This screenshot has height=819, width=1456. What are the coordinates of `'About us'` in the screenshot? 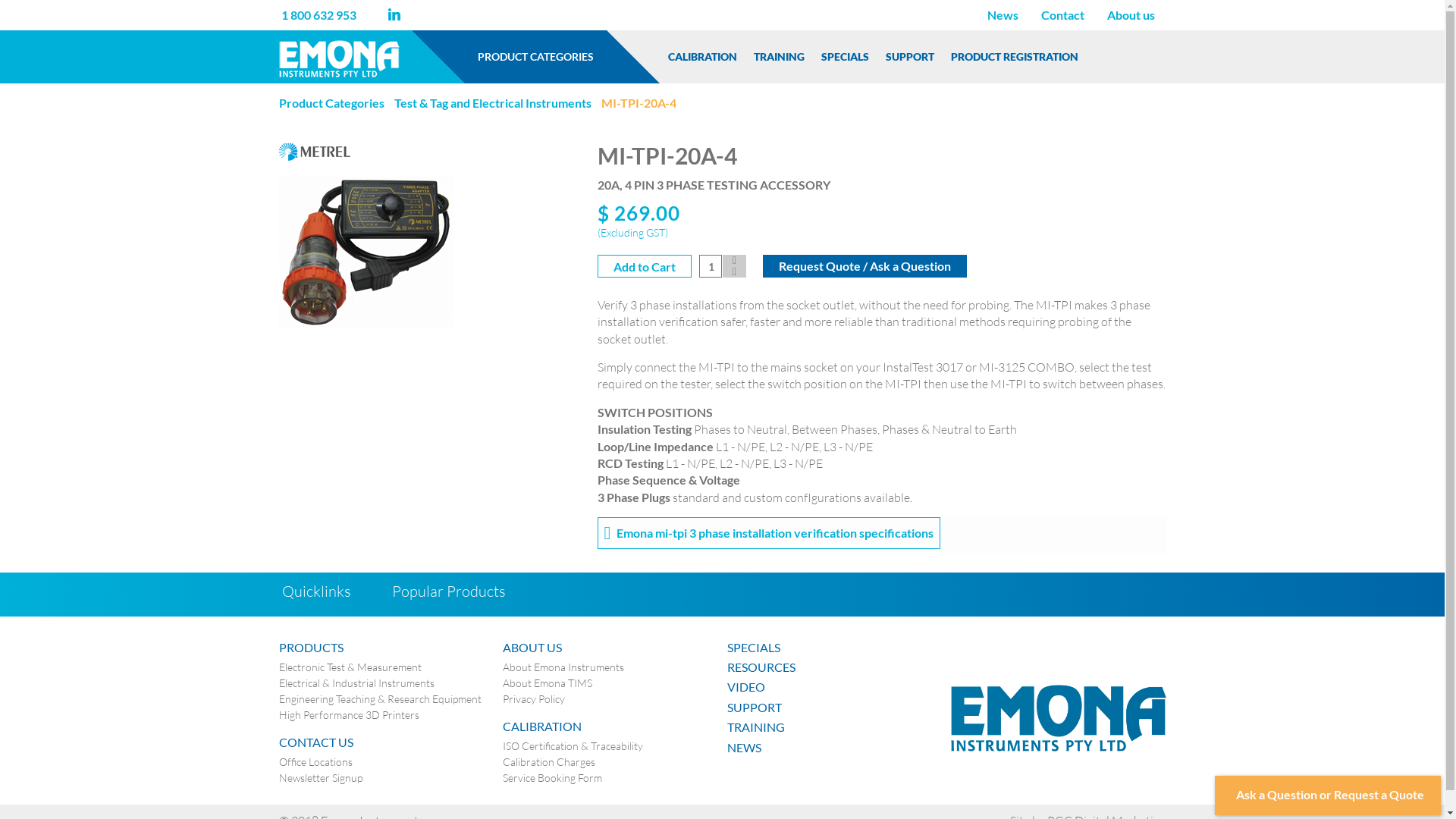 It's located at (1130, 14).